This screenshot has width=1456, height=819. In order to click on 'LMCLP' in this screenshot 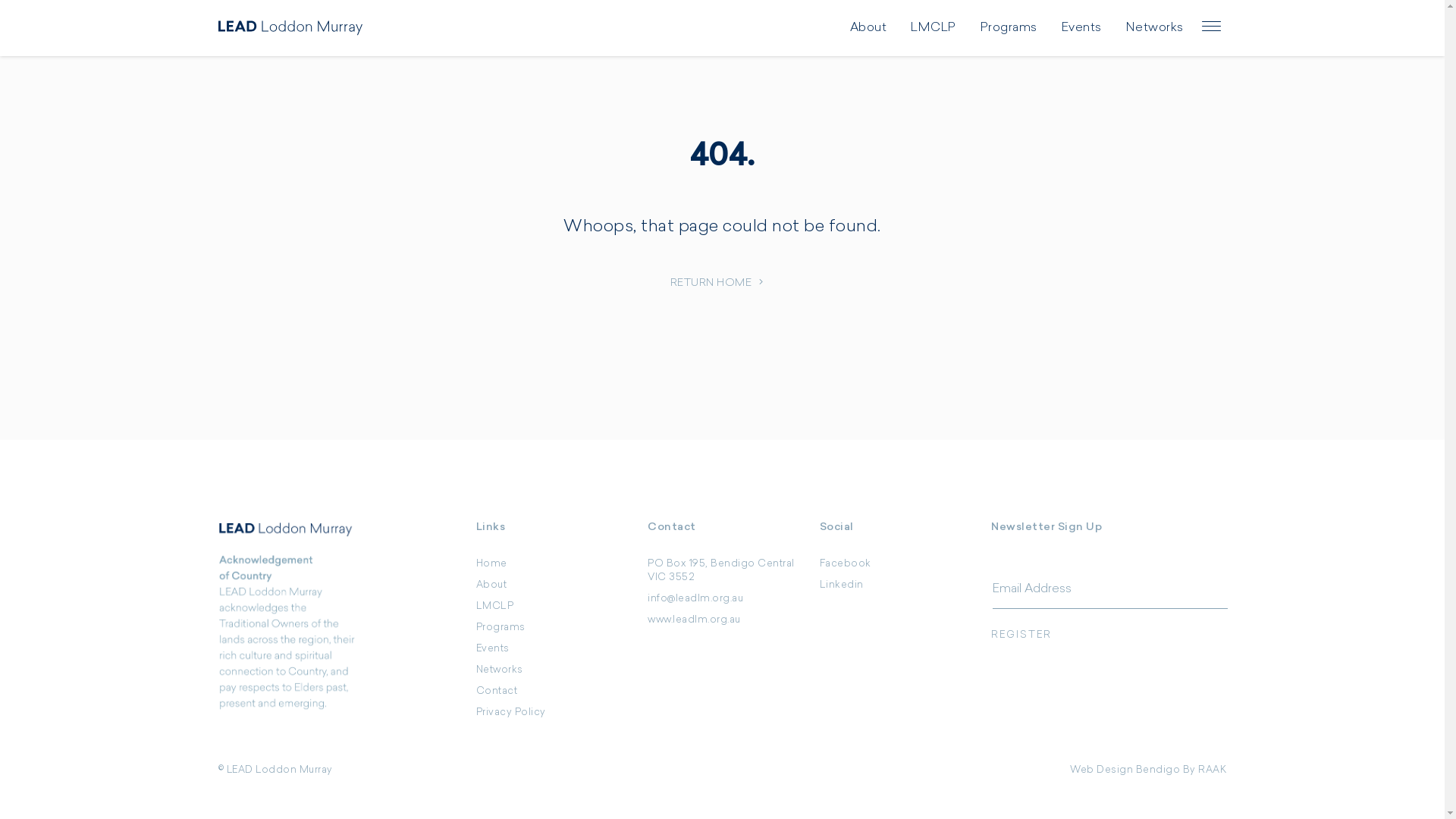, I will do `click(494, 605)`.